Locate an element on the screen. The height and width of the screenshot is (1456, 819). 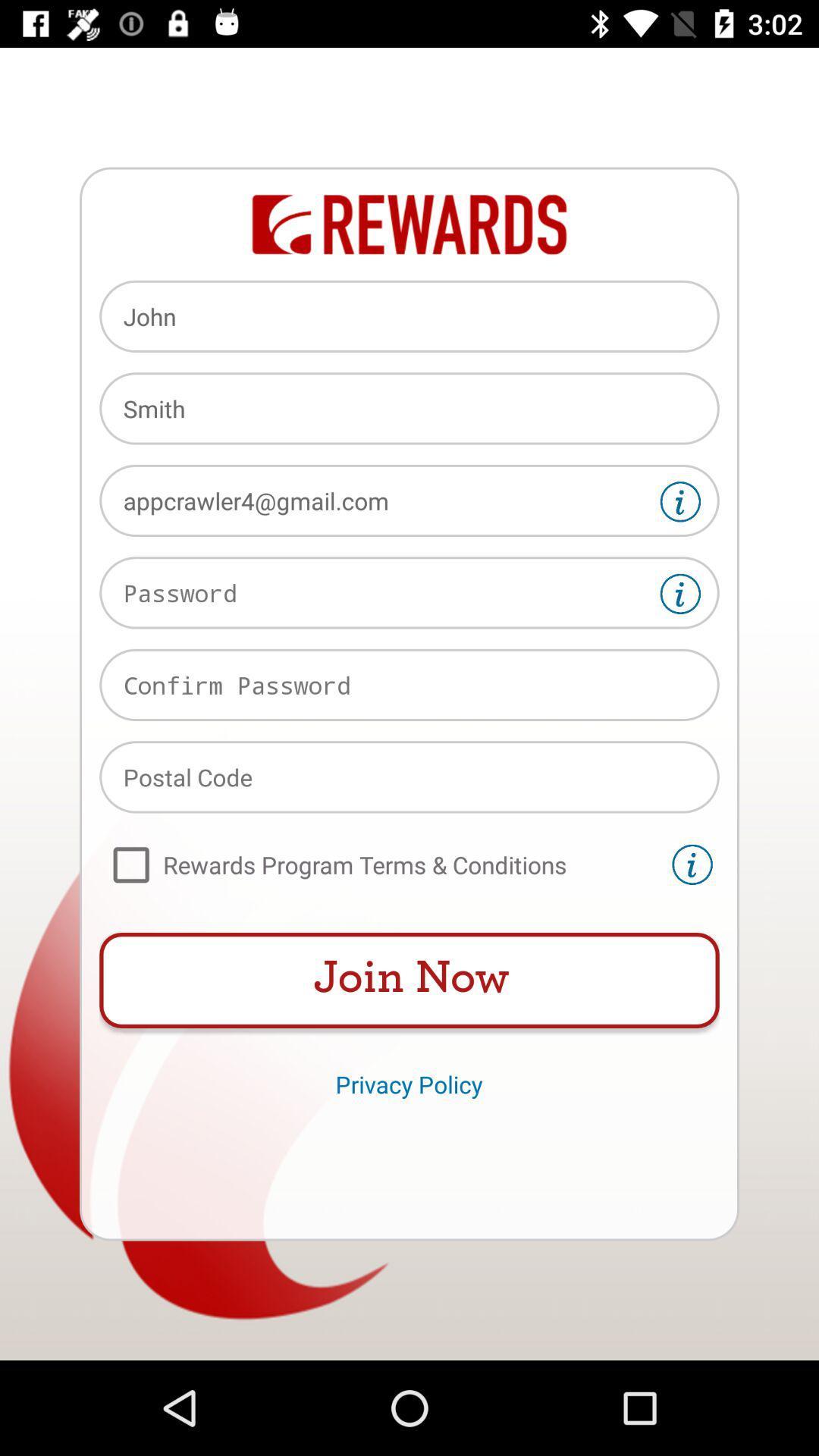
rewards program terms is located at coordinates (381, 864).